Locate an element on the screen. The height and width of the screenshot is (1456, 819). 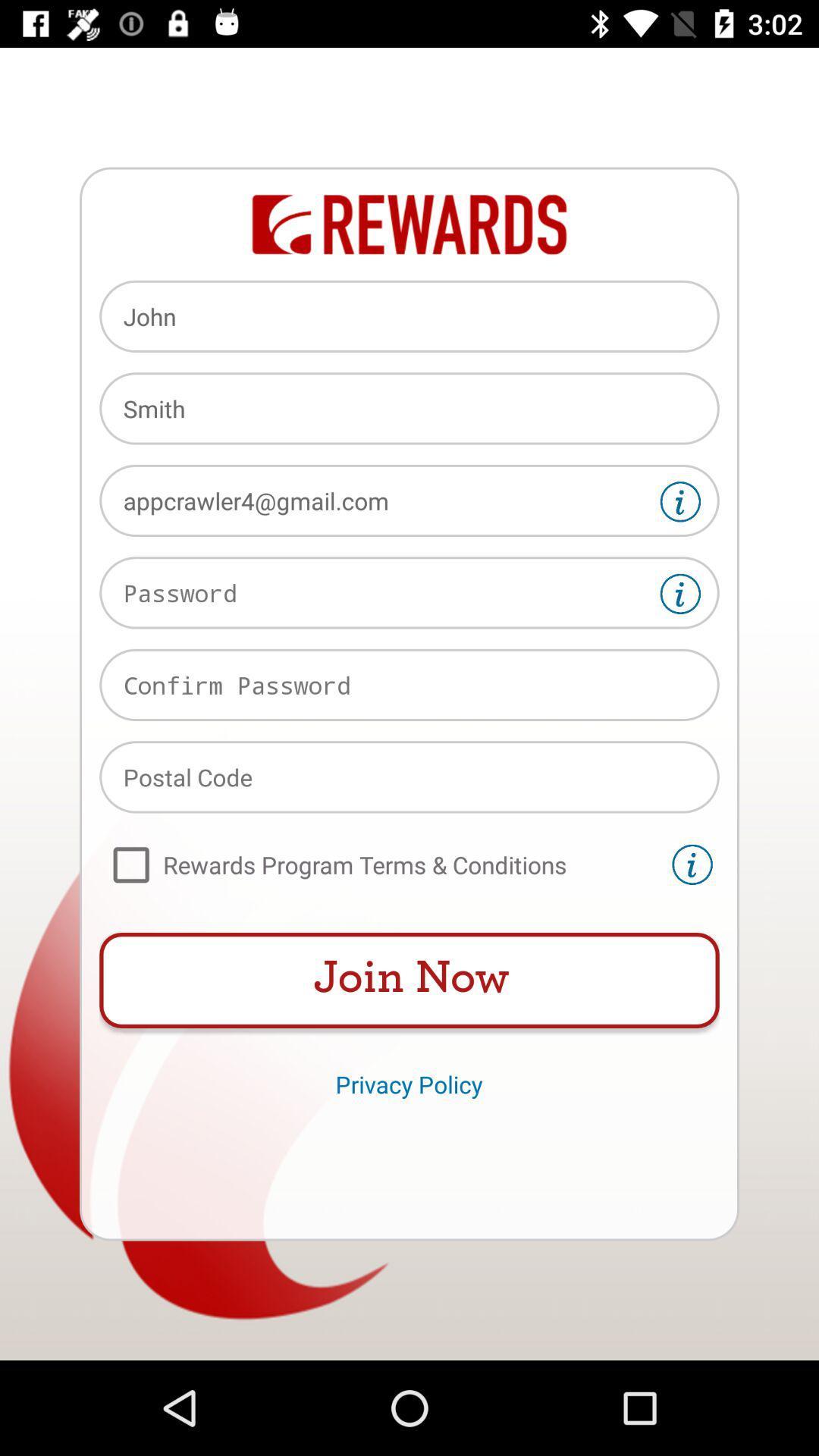
rewards program terms is located at coordinates (381, 864).